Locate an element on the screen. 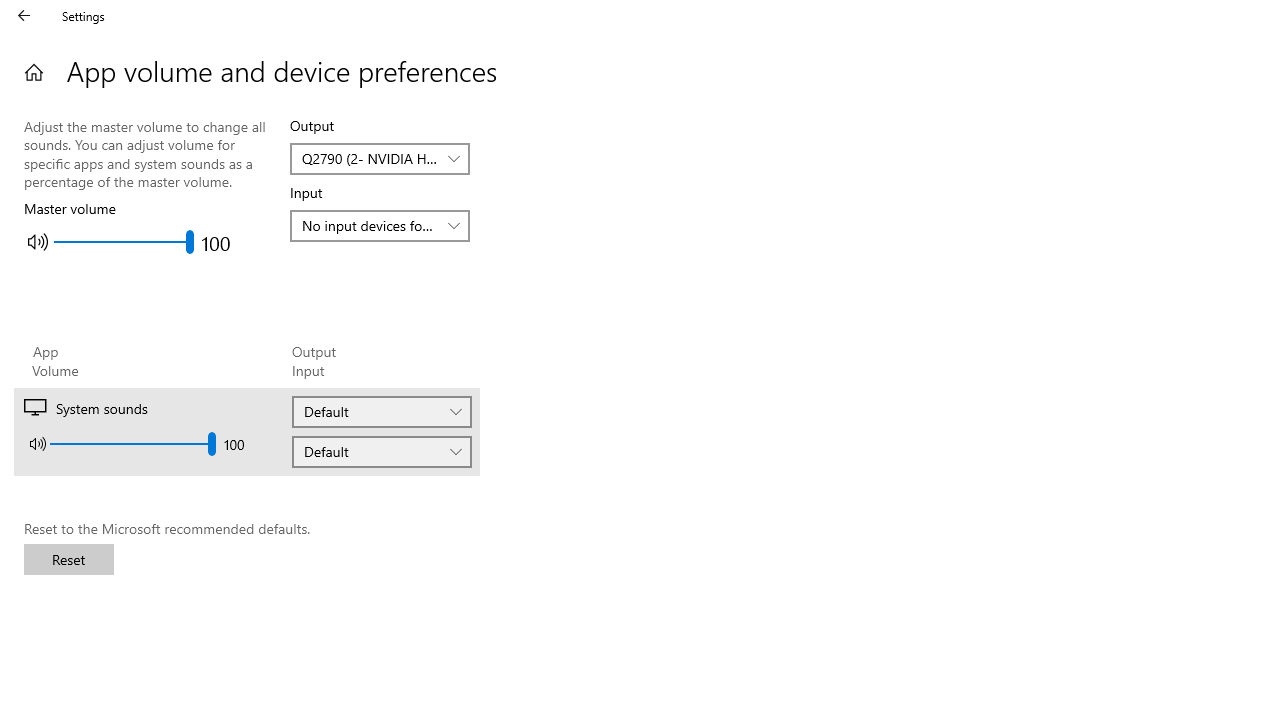 Image resolution: width=1280 pixels, height=720 pixels. 'Mute app' is located at coordinates (37, 442).